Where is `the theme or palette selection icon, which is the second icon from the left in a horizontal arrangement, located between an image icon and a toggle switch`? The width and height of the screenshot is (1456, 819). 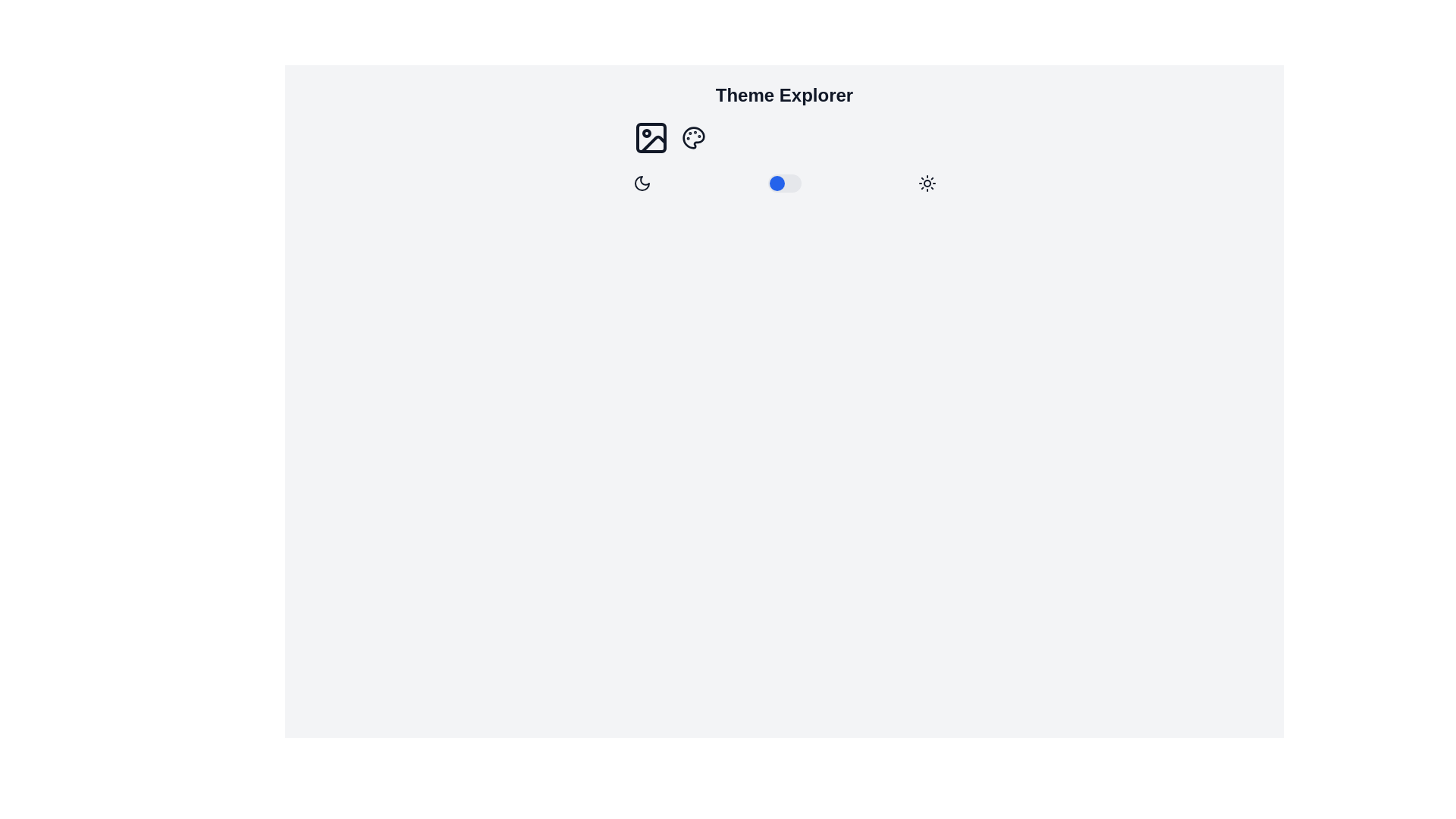
the theme or palette selection icon, which is the second icon from the left in a horizontal arrangement, located between an image icon and a toggle switch is located at coordinates (692, 137).